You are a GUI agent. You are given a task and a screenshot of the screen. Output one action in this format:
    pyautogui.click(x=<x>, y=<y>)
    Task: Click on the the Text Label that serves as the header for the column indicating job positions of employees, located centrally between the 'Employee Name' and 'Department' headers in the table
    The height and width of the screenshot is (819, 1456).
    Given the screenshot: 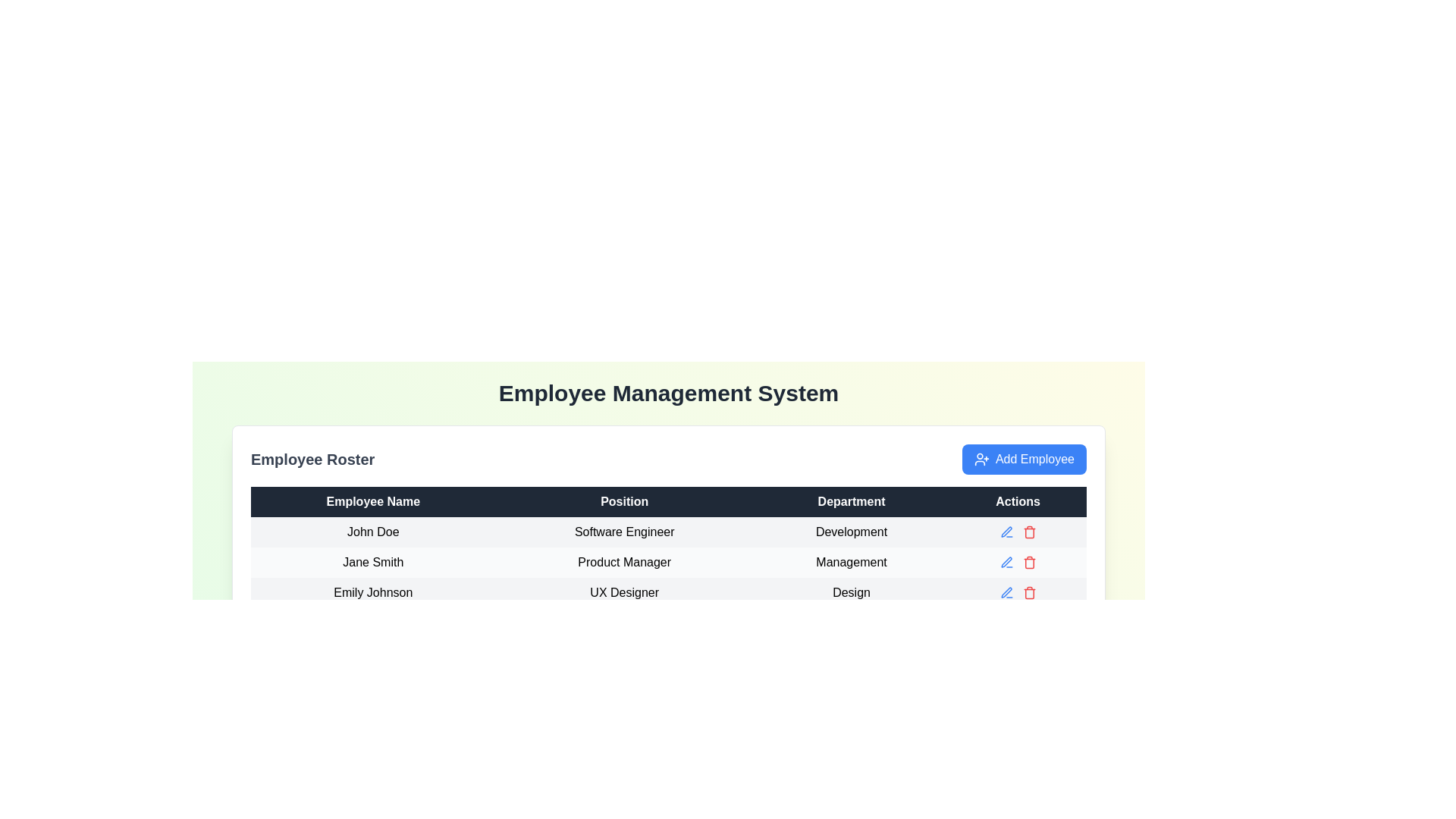 What is the action you would take?
    pyautogui.click(x=624, y=502)
    